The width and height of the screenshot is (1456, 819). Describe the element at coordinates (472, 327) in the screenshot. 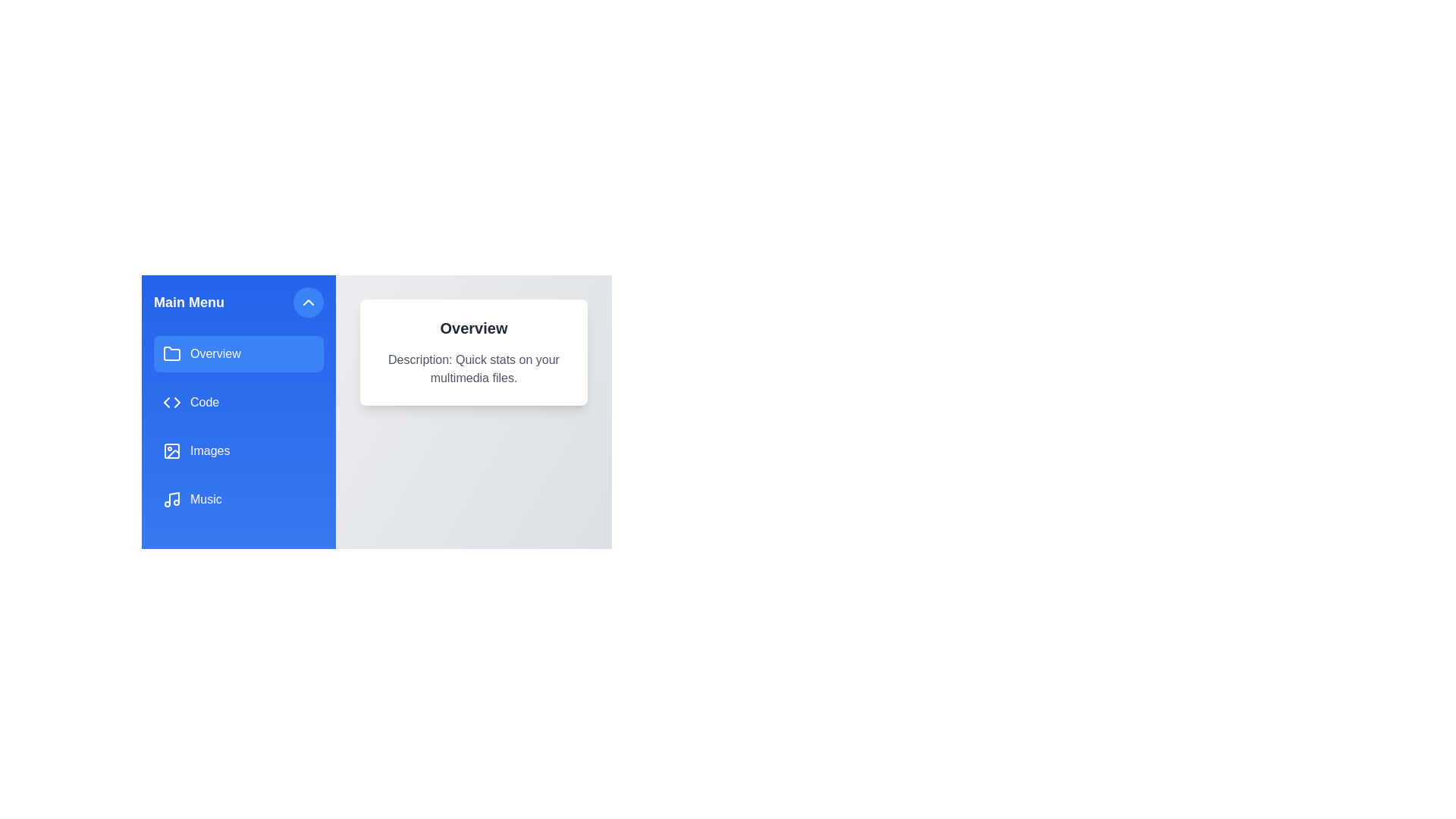

I see `the bold heading text labeled 'Overview' which is displayed in dark gray on a light background, located at the upper position of a white card with rounded corners` at that location.